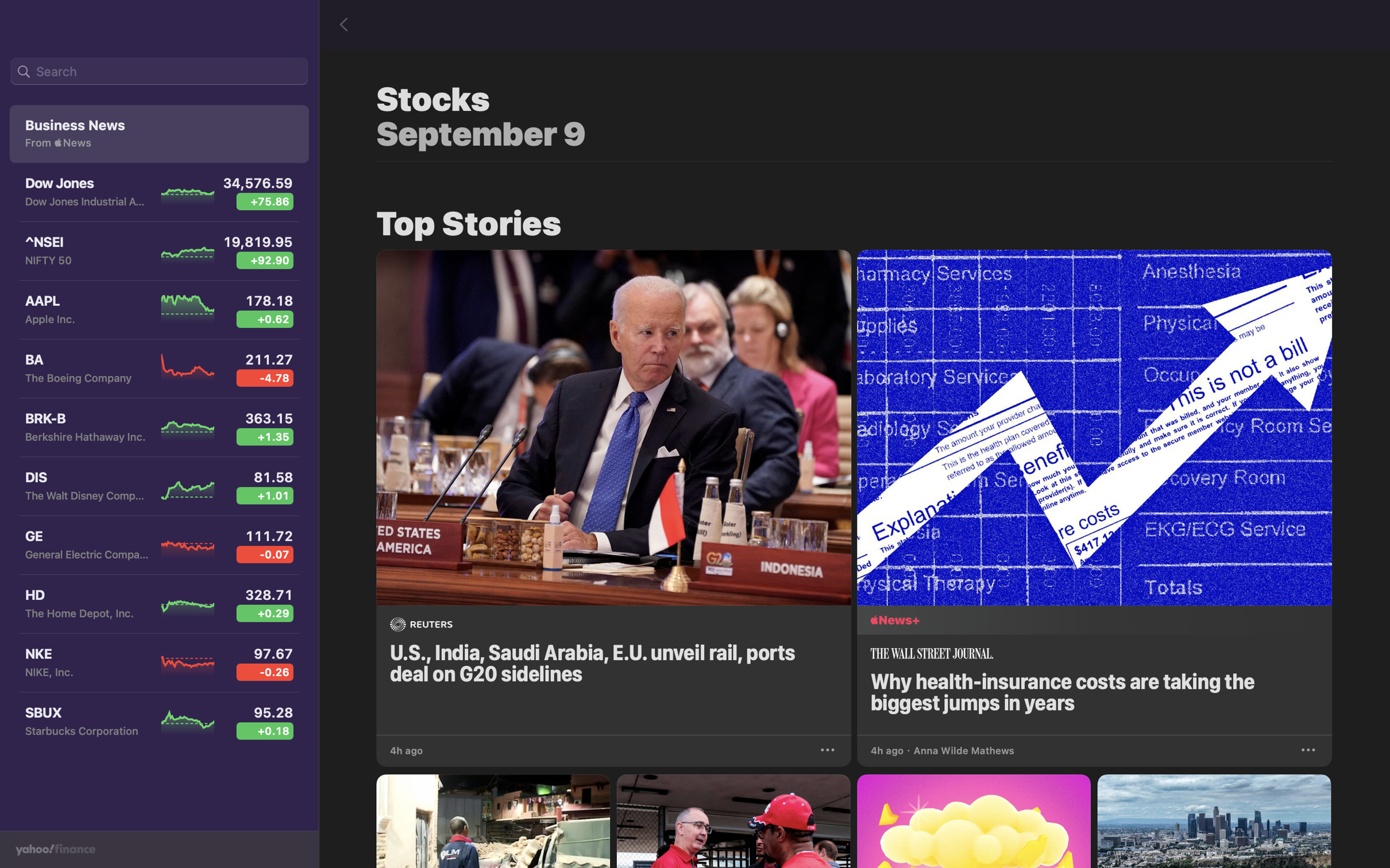 Image resolution: width=1390 pixels, height=868 pixels. What do you see at coordinates (1098, 489) in the screenshot?
I see `the health insurance news article` at bounding box center [1098, 489].